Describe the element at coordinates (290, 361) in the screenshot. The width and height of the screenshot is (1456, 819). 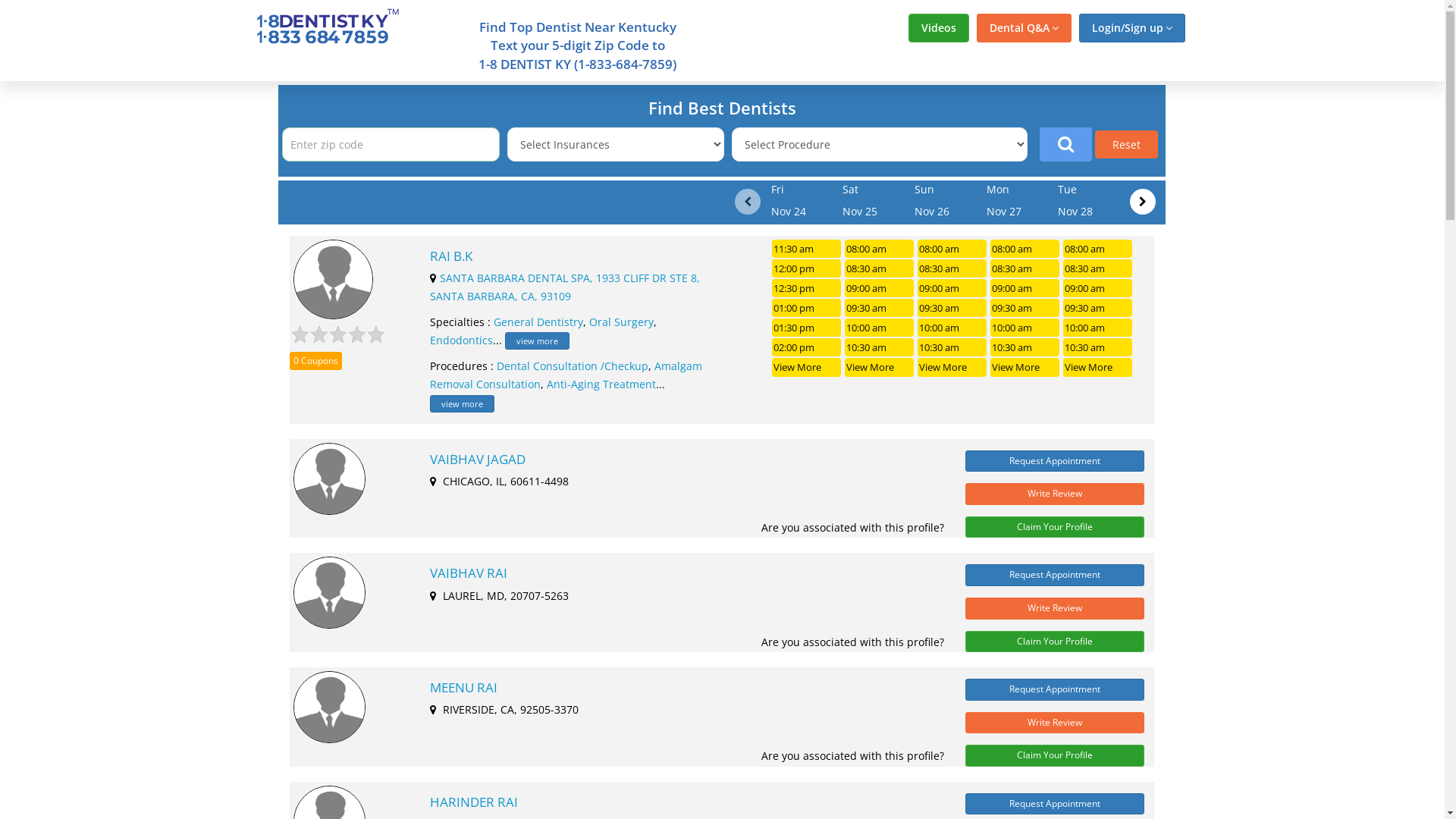
I see `'0 Coupons'` at that location.